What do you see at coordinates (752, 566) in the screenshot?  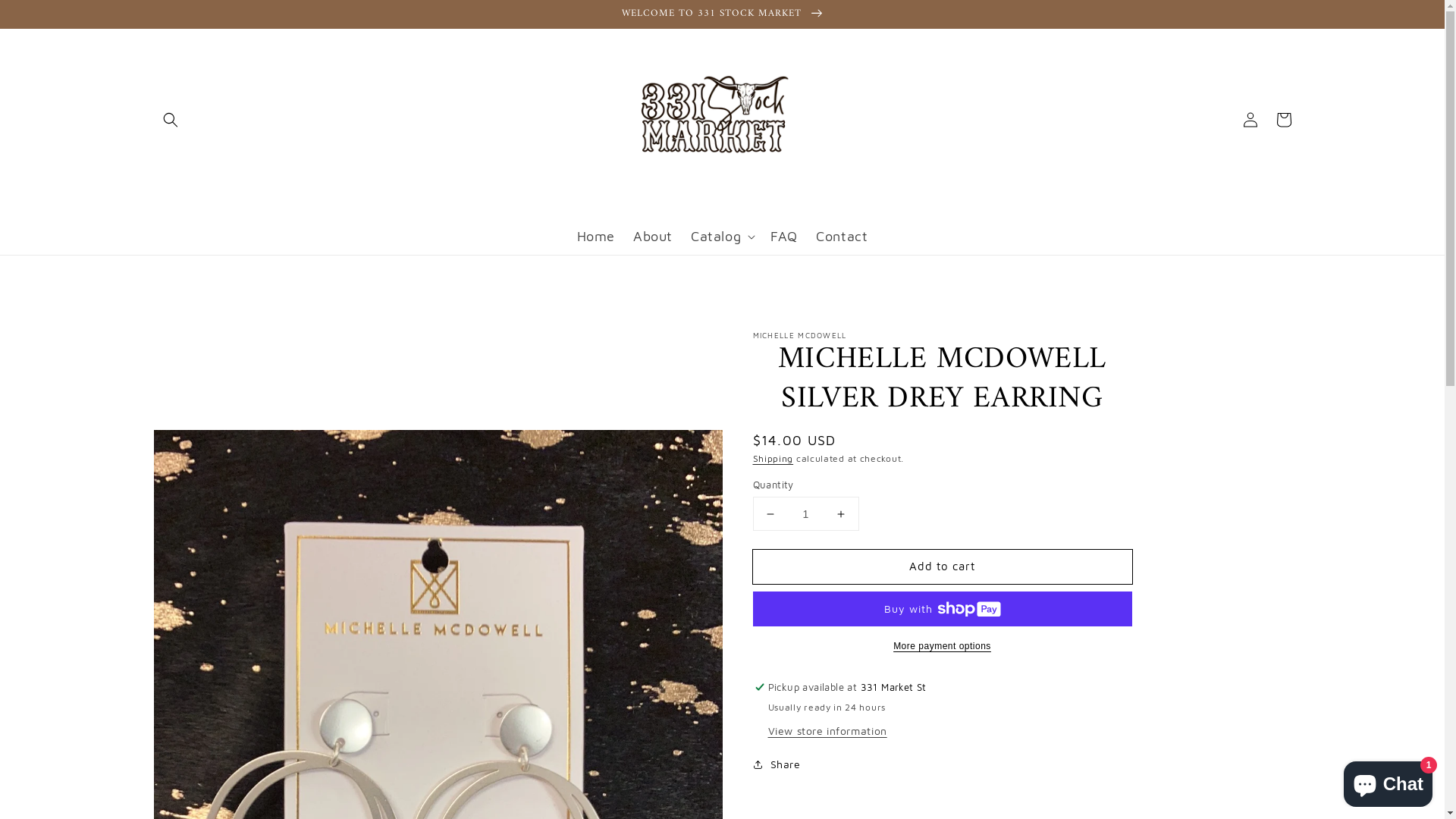 I see `'Add to cart'` at bounding box center [752, 566].